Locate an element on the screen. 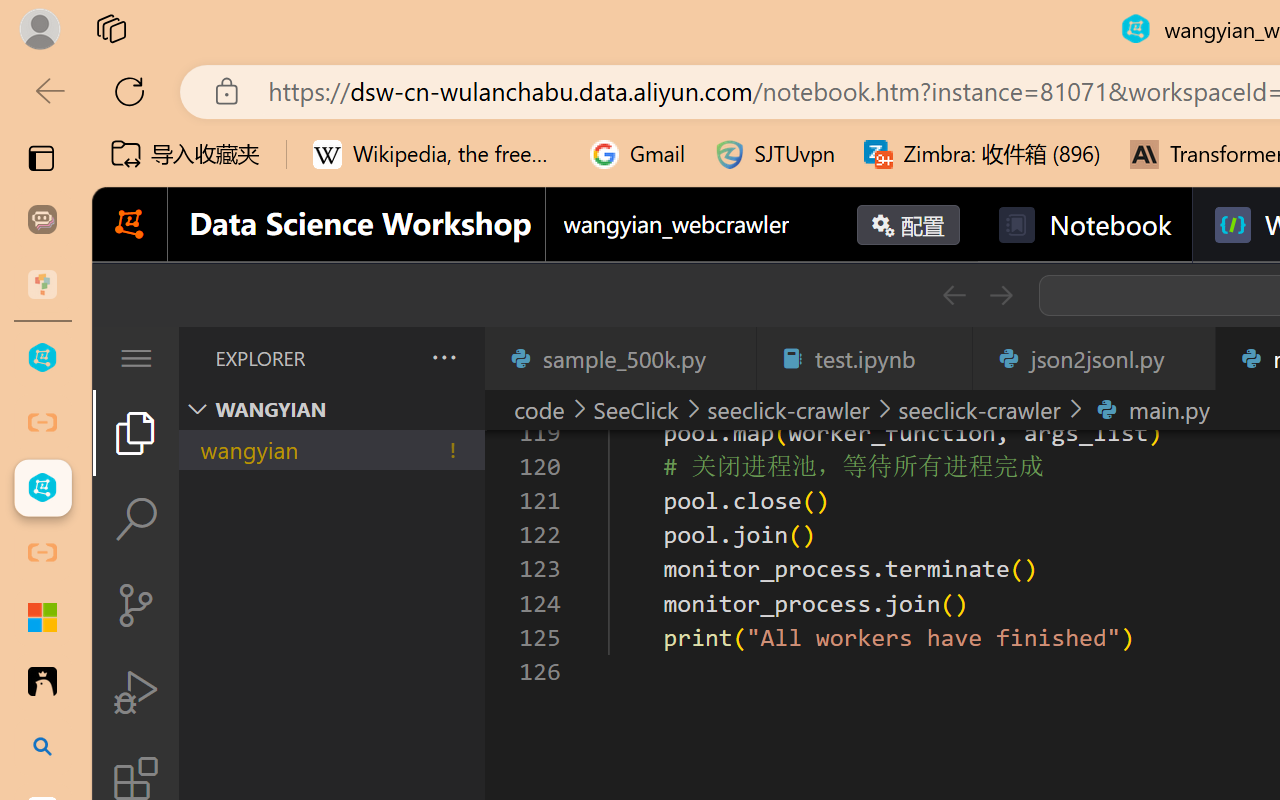 The image size is (1280, 800). 'Run and Debug (Ctrl+Shift+D)' is located at coordinates (134, 692).